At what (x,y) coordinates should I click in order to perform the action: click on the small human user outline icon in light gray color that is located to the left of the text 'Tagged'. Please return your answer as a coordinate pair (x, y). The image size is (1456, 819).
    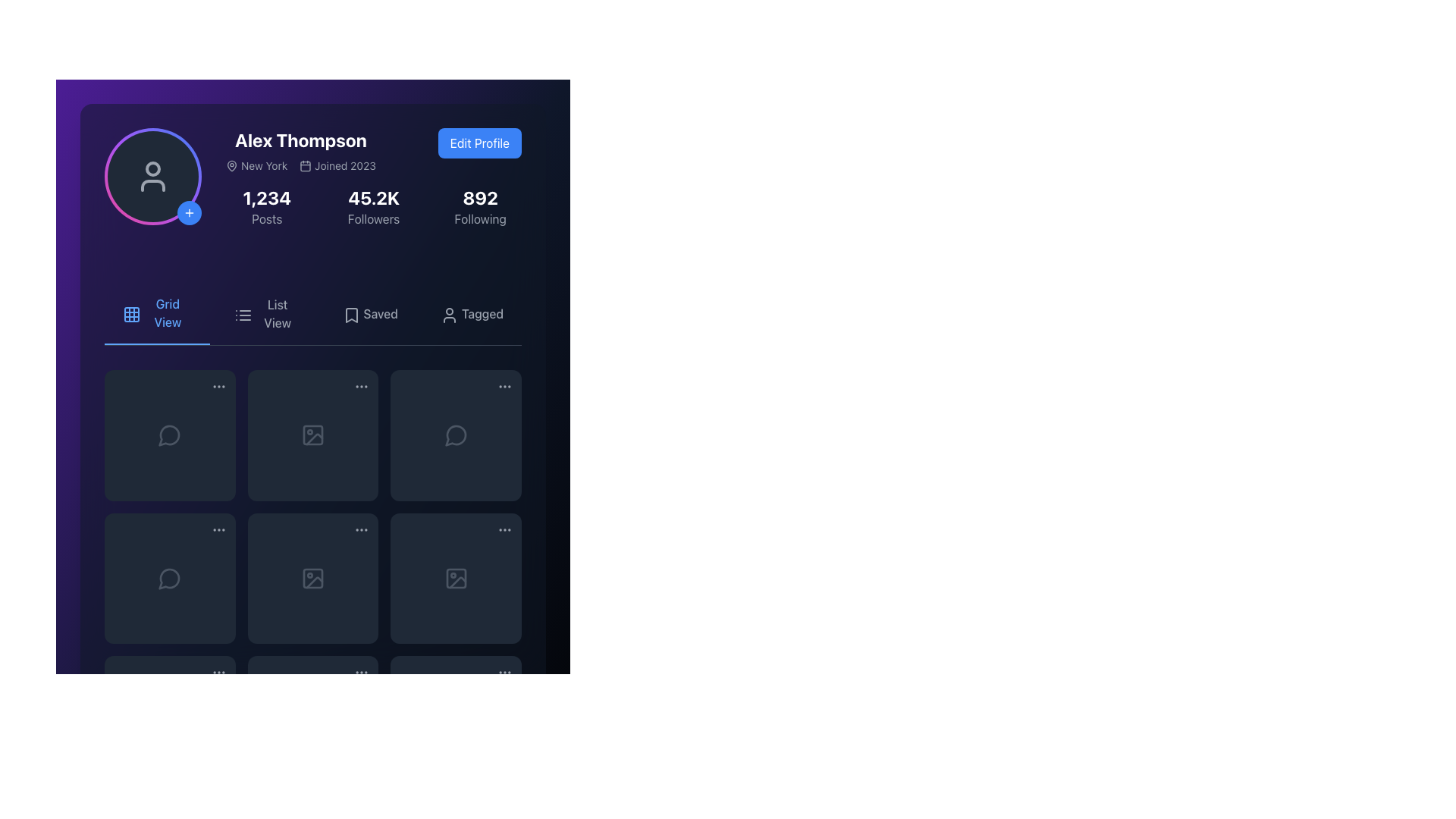
    Looking at the image, I should click on (447, 312).